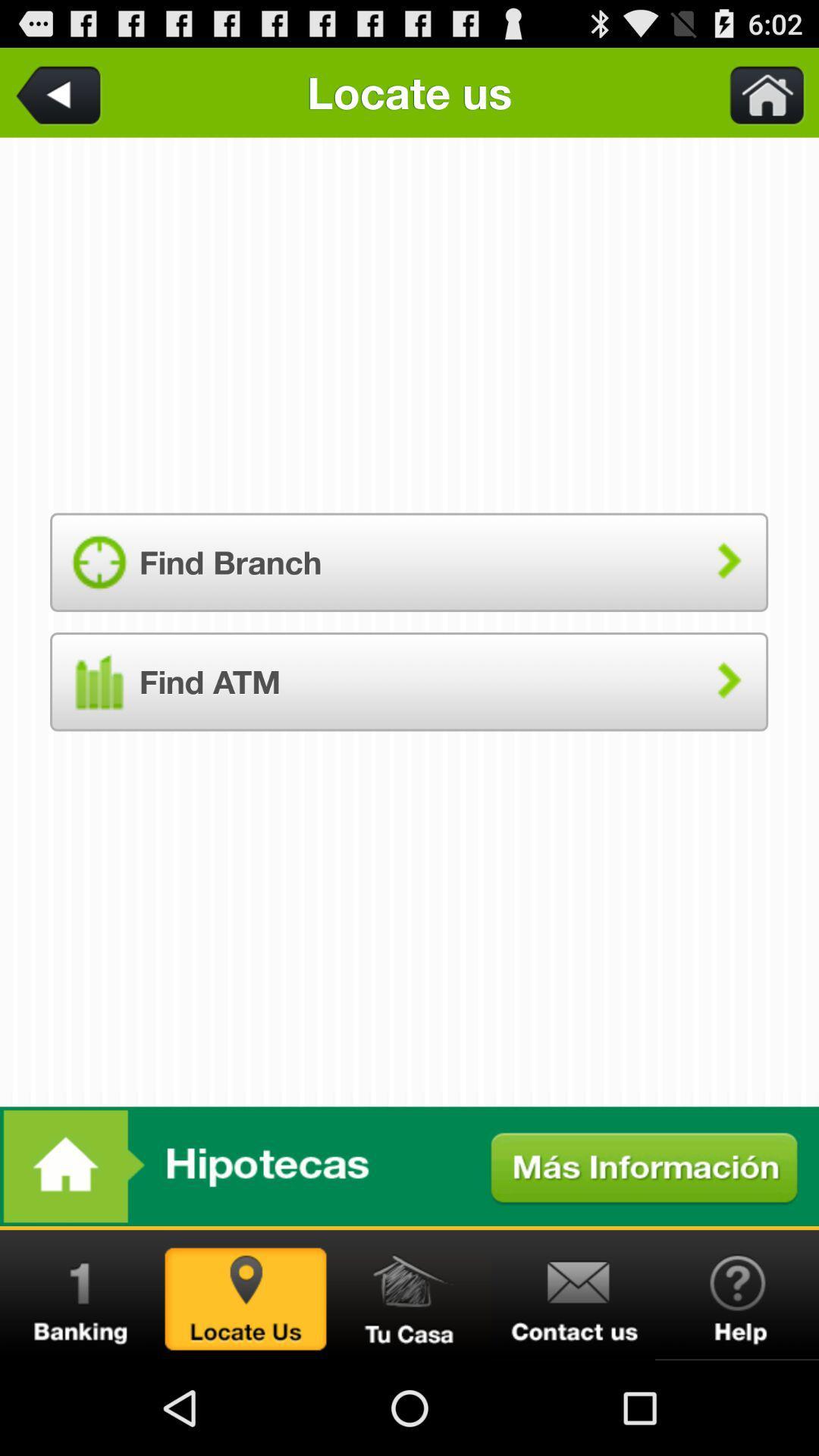 This screenshot has width=819, height=1456. Describe the element at coordinates (245, 1386) in the screenshot. I see `the location icon` at that location.